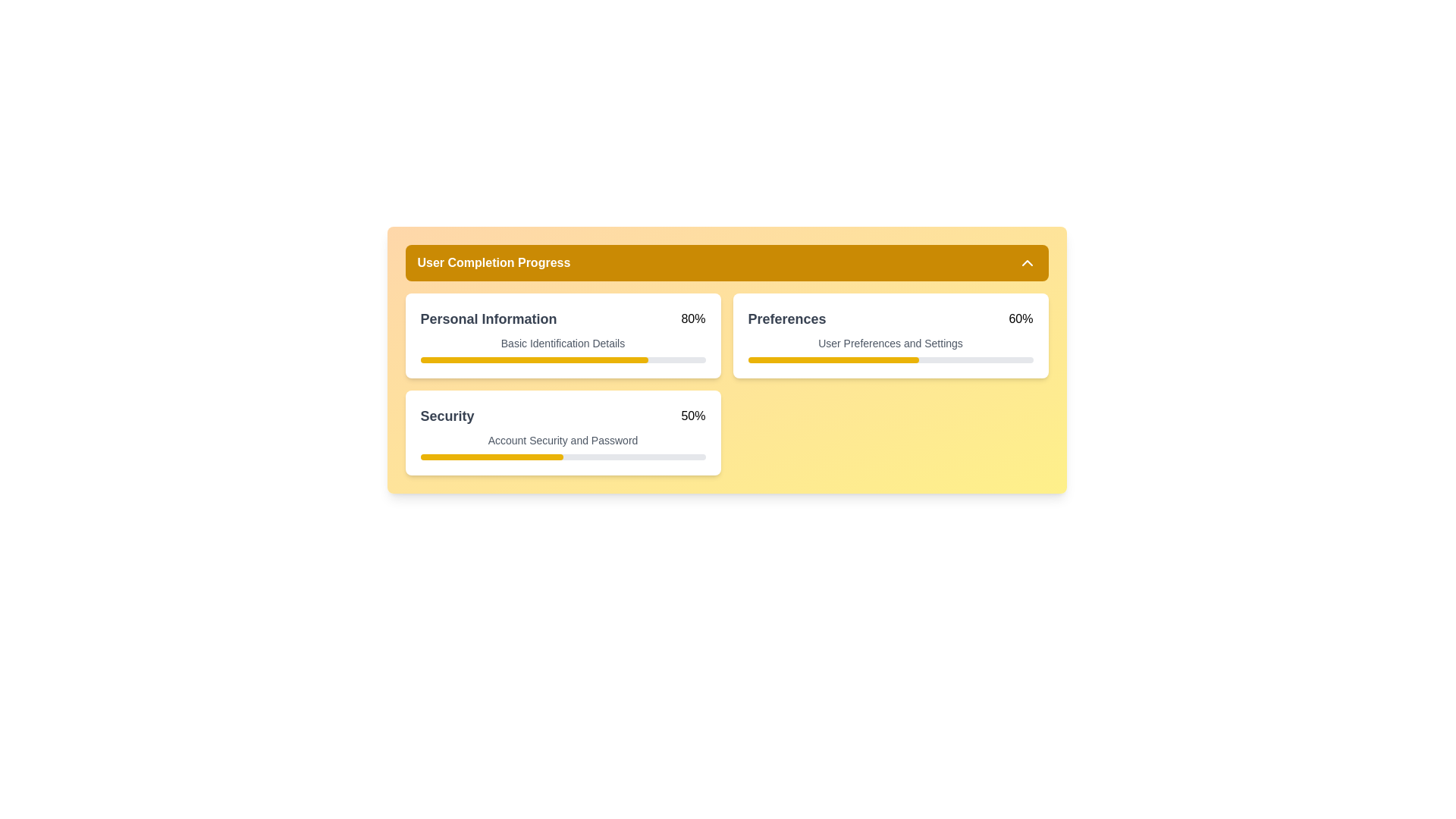 The image size is (1456, 819). What do you see at coordinates (562, 343) in the screenshot?
I see `text label displaying 'Basic Identification Details' which is styled in a small, gray font and positioned below the 'Personal Information' heading` at bounding box center [562, 343].